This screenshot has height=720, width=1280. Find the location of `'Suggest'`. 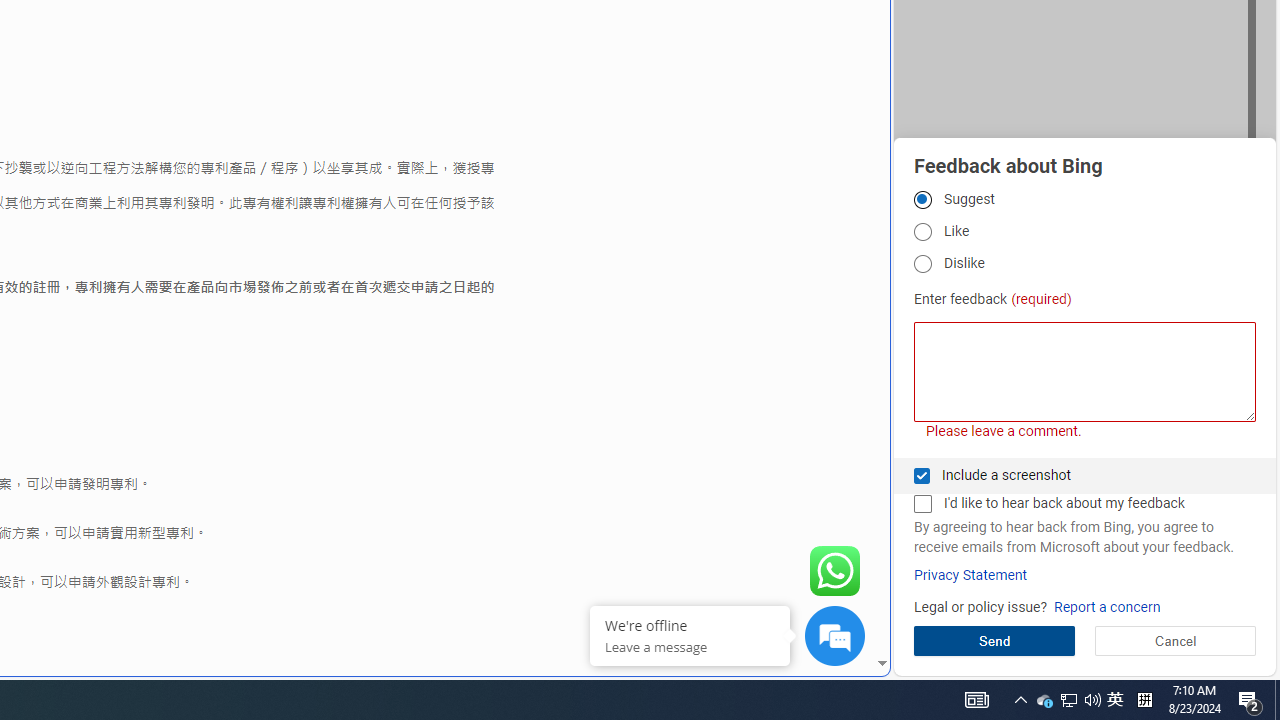

'Suggest' is located at coordinates (921, 199).